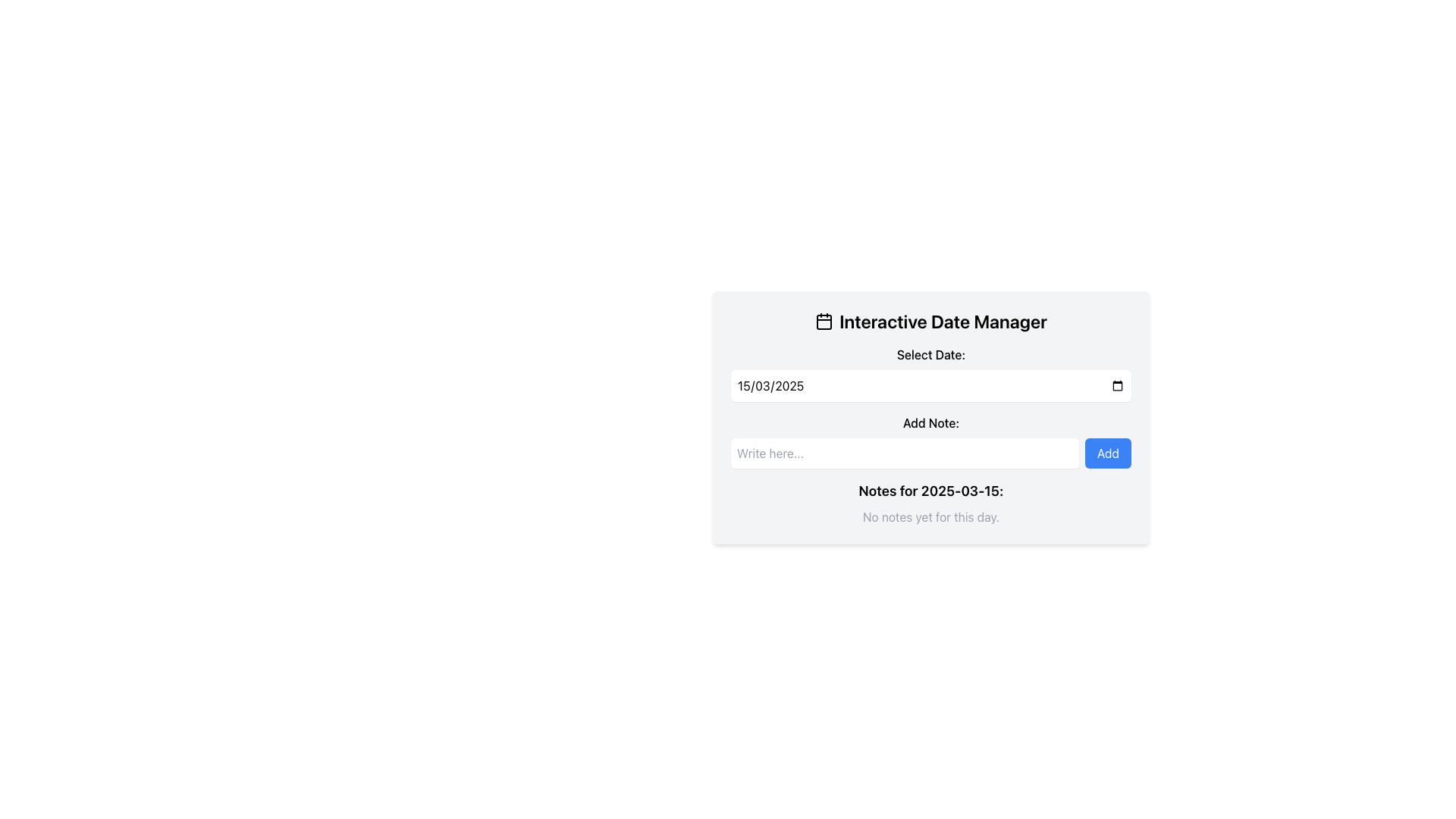 This screenshot has width=1456, height=819. Describe the element at coordinates (824, 321) in the screenshot. I see `the rounded rectangle calendar icon element within the interactive date manager interface` at that location.